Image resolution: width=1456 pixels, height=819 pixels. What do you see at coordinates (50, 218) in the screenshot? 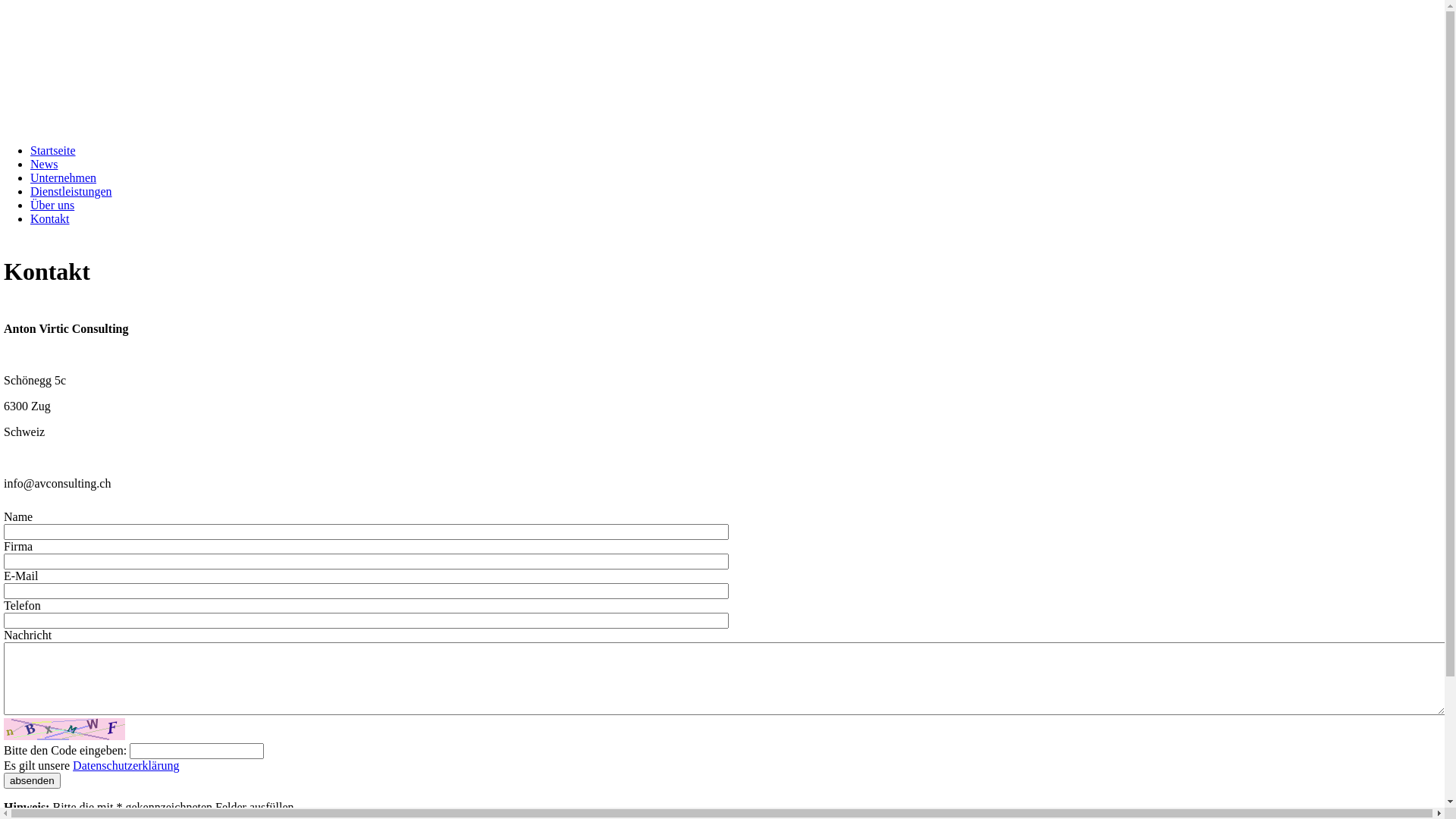
I see `'Kontakt'` at bounding box center [50, 218].